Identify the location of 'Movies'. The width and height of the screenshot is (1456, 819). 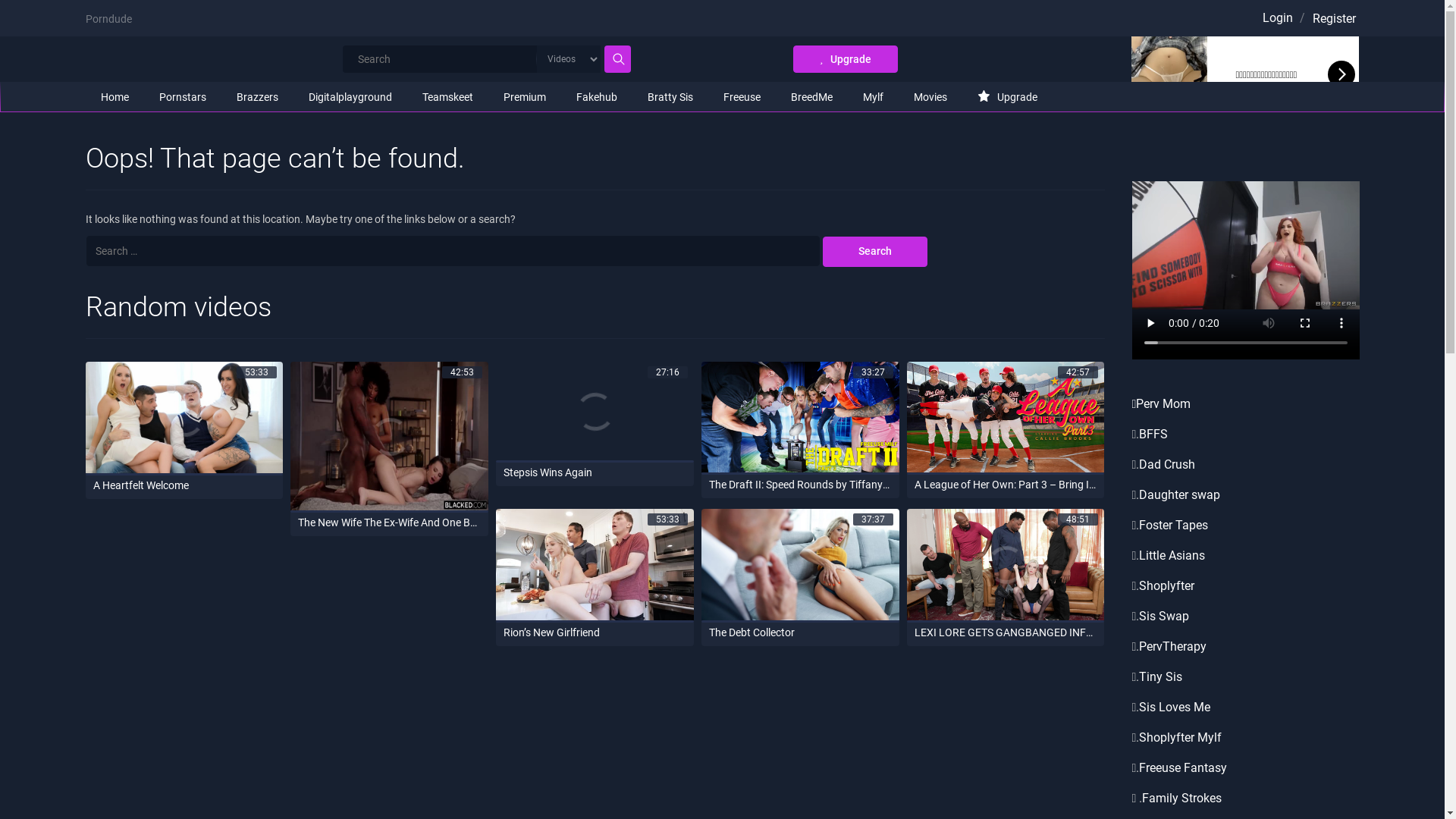
(928, 96).